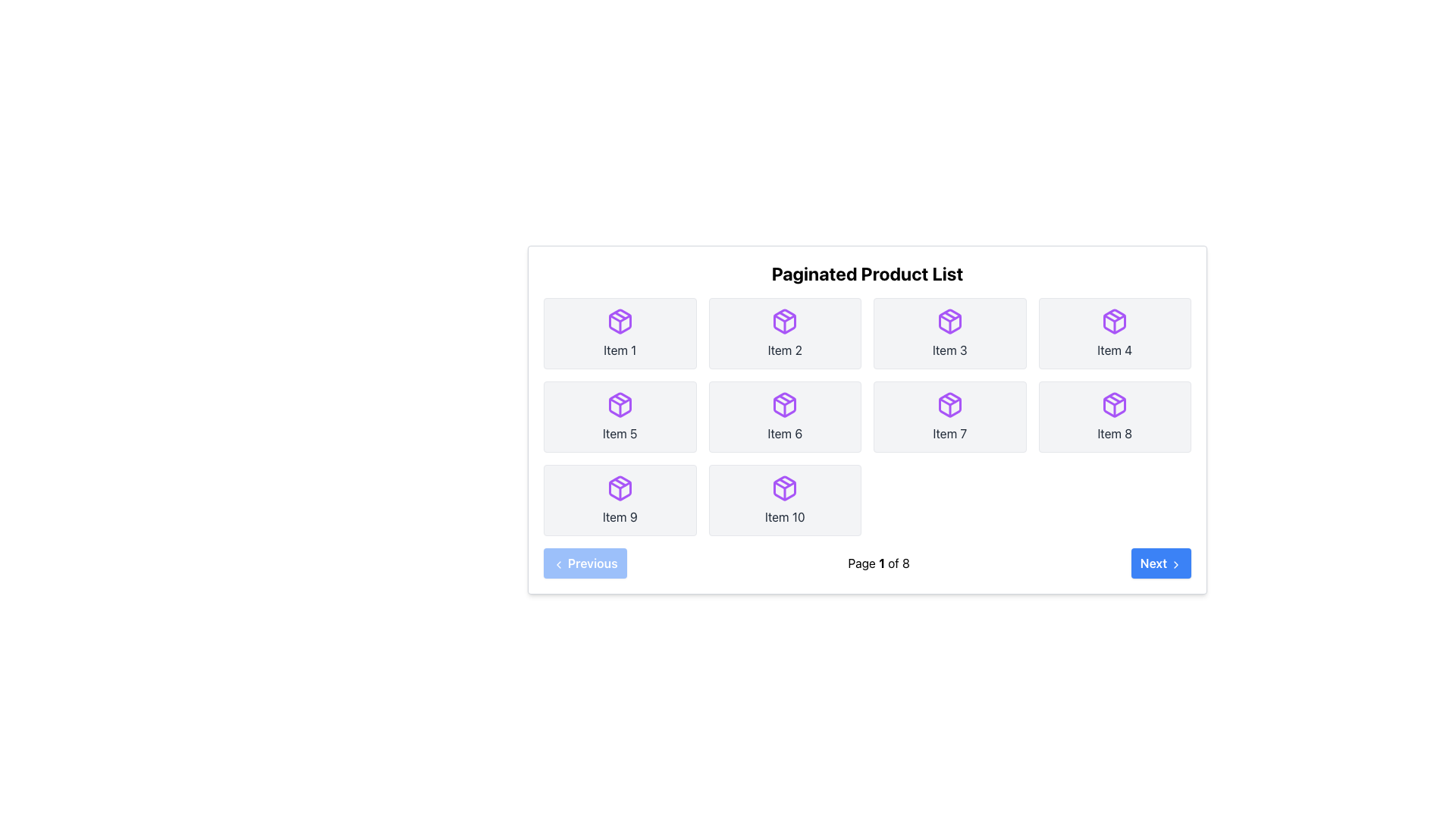 The height and width of the screenshot is (819, 1456). Describe the element at coordinates (785, 500) in the screenshot. I see `the grid item card in the bottom-right corner of the grid, which features a purple package icon and the text 'Item 10'` at that location.